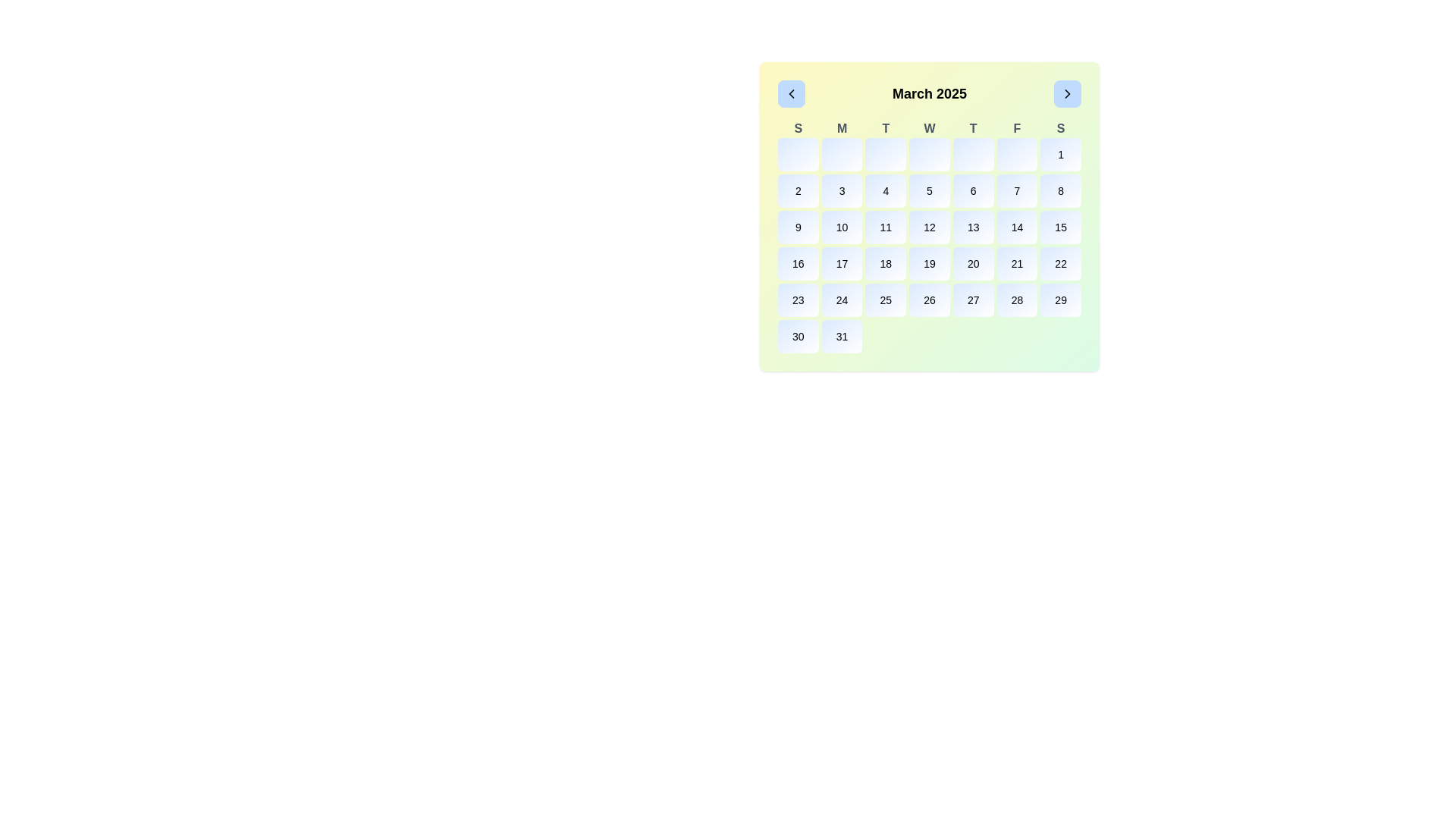  I want to click on the static text label displaying 'March 2025' in the center of the topmost header section of the calendar, which informs the user about the current month and year, so click(928, 93).